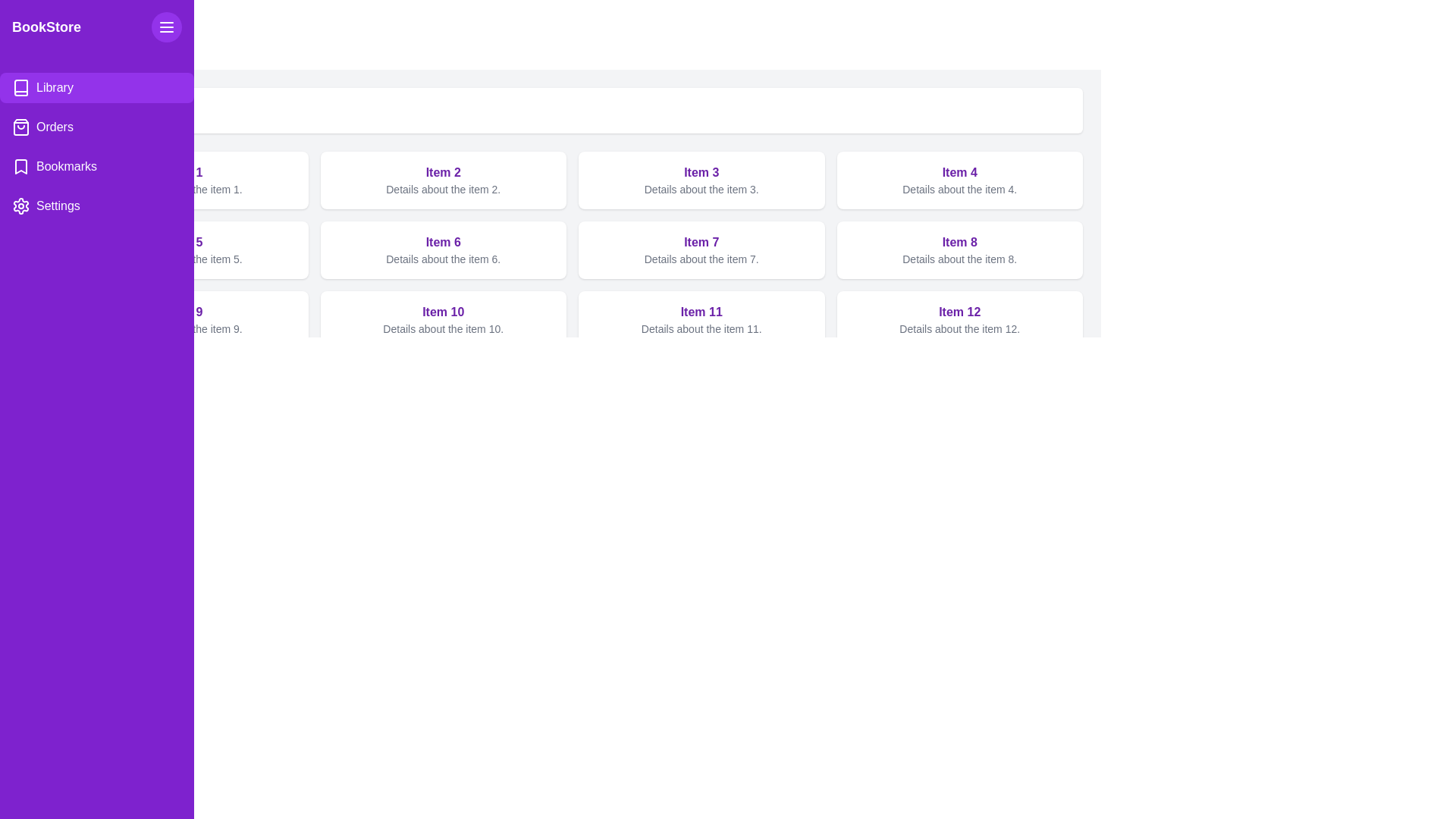 This screenshot has width=1456, height=819. What do you see at coordinates (959, 242) in the screenshot?
I see `the Text label that serves as the header for the card labeled 'Item 8', located in the second row and fourth column of the grid layout` at bounding box center [959, 242].